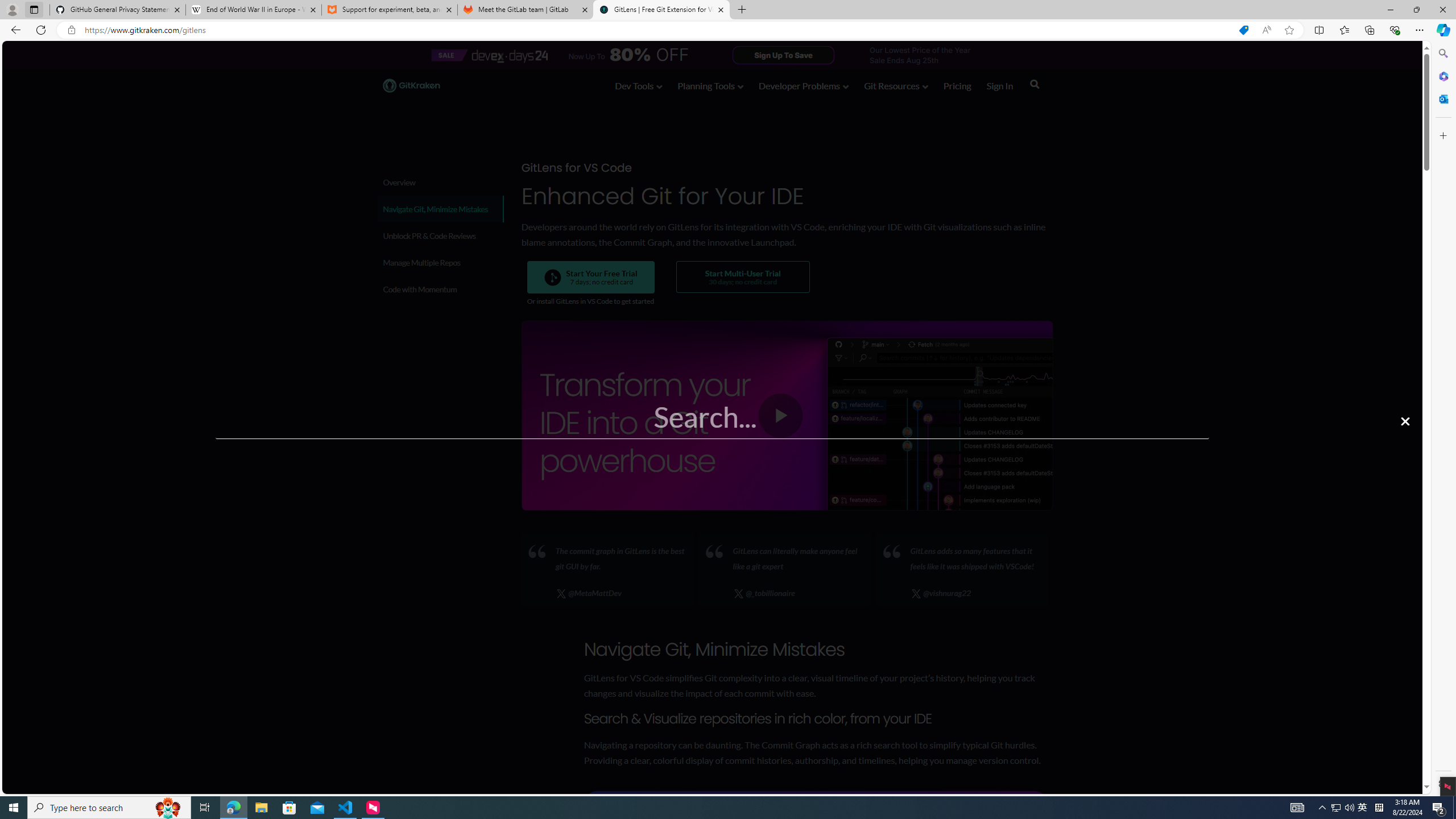  Describe the element at coordinates (440, 235) in the screenshot. I see `'Unblock PR & Code Reviews'` at that location.